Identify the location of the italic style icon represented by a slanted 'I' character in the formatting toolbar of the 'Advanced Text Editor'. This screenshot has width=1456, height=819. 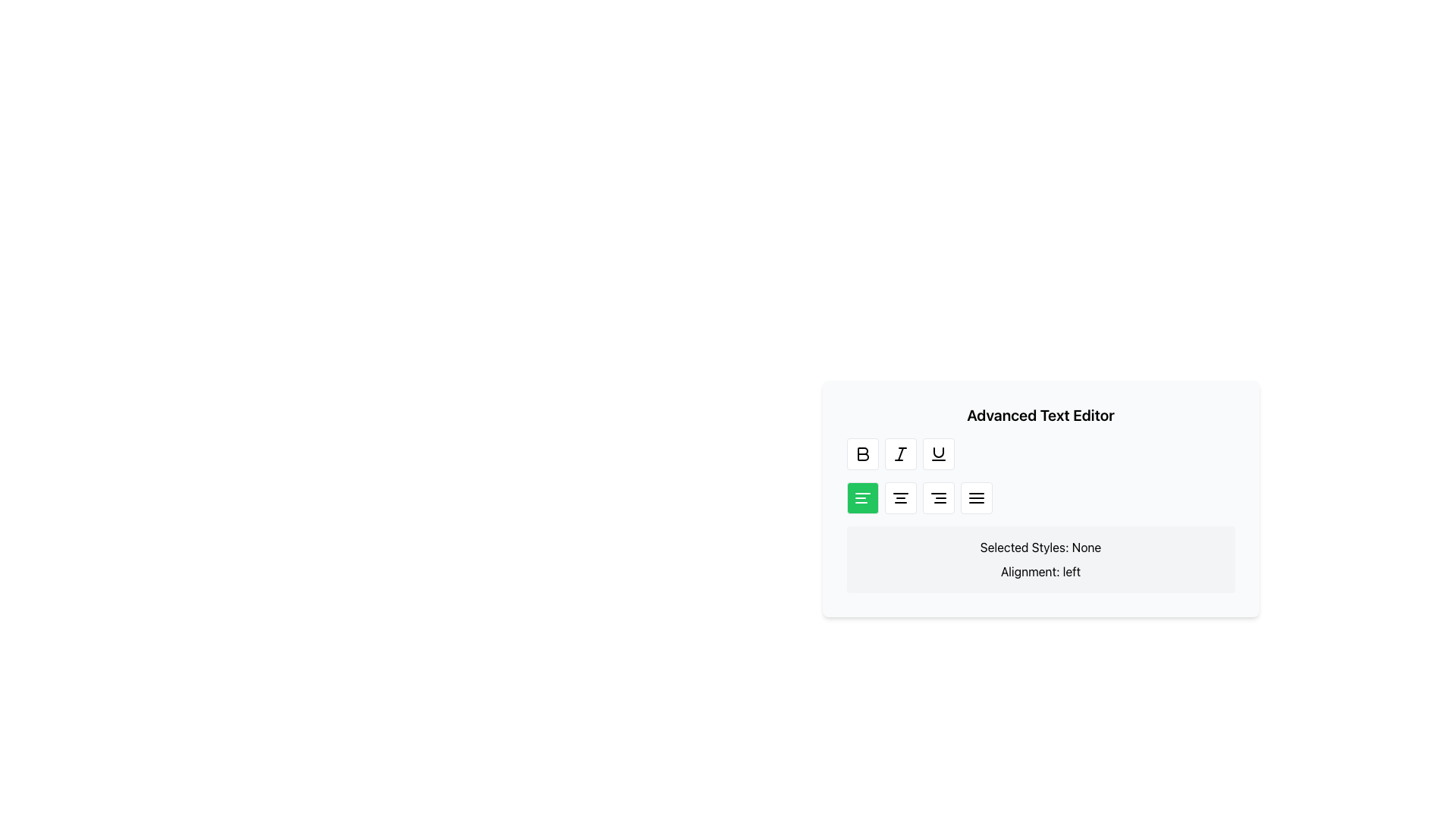
(900, 453).